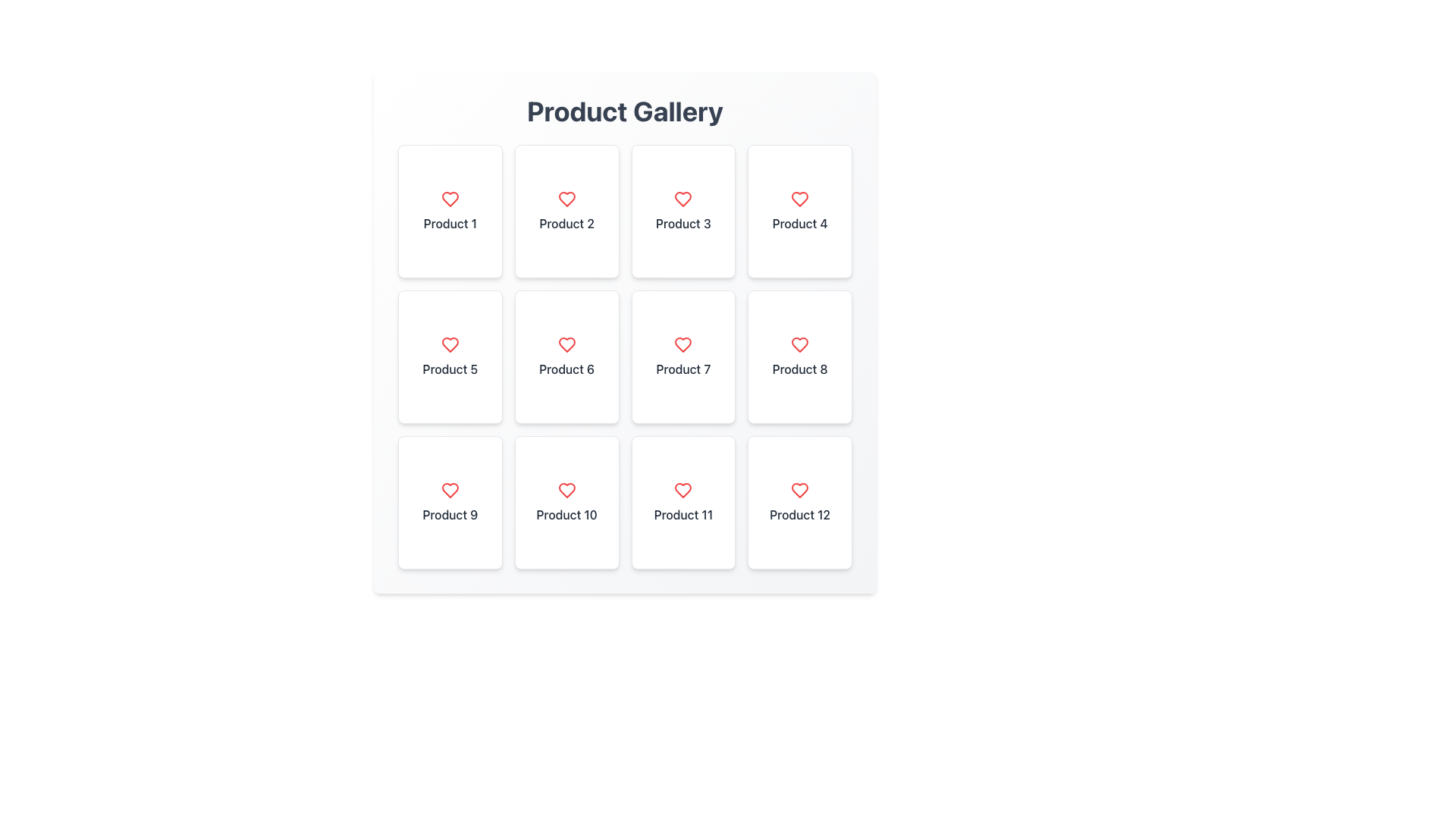  Describe the element at coordinates (449, 345) in the screenshot. I see `the heart icon in the second row, first column of the grid layout under 'Product Gallery'` at that location.